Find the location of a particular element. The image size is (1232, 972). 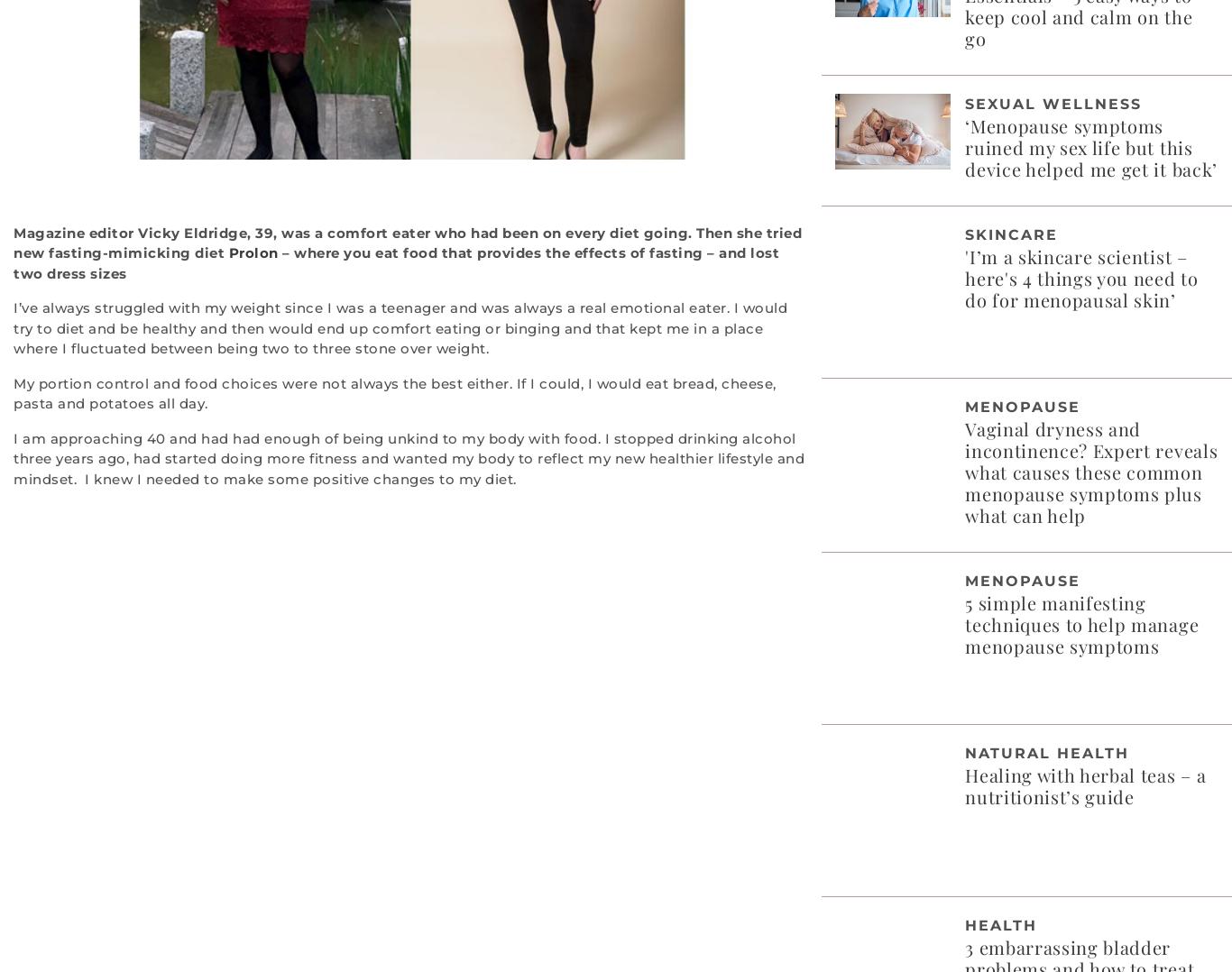

'Skincare' is located at coordinates (1010, 233).